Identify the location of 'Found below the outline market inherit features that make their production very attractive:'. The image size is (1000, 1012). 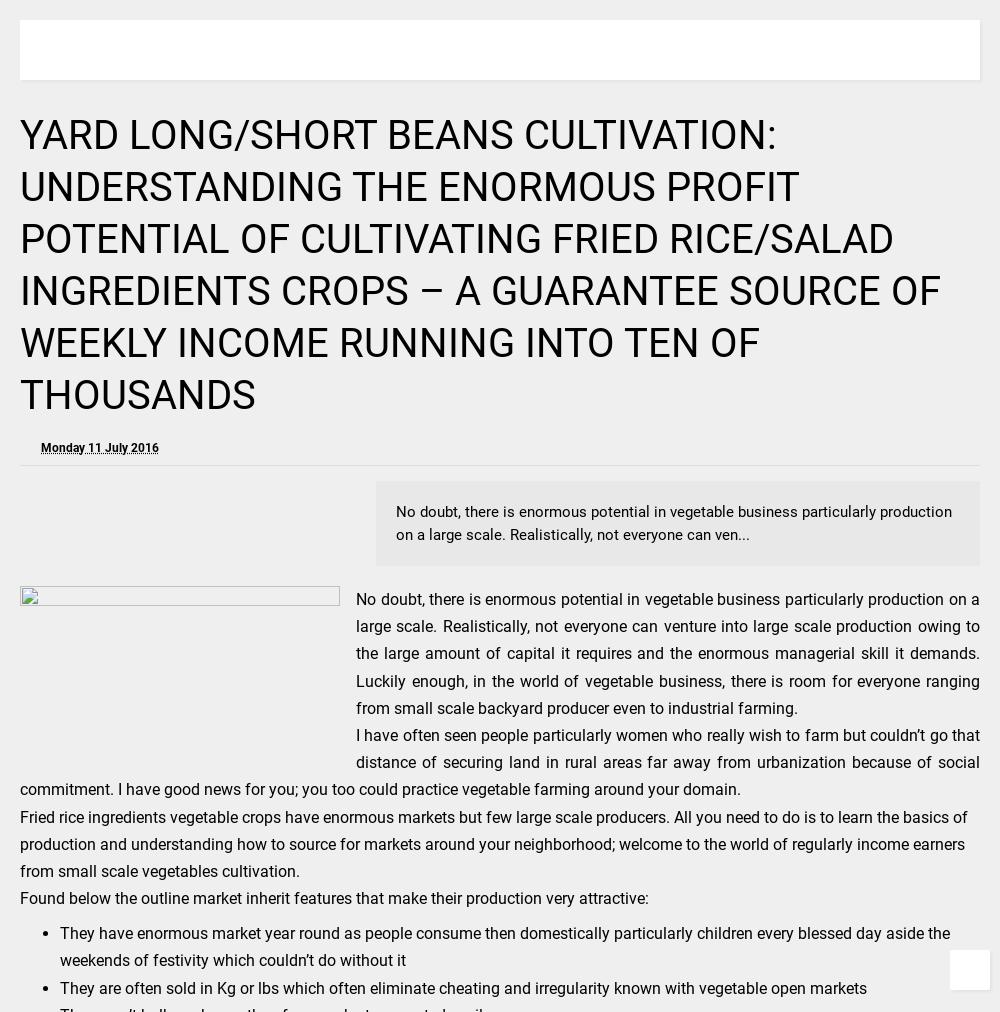
(333, 898).